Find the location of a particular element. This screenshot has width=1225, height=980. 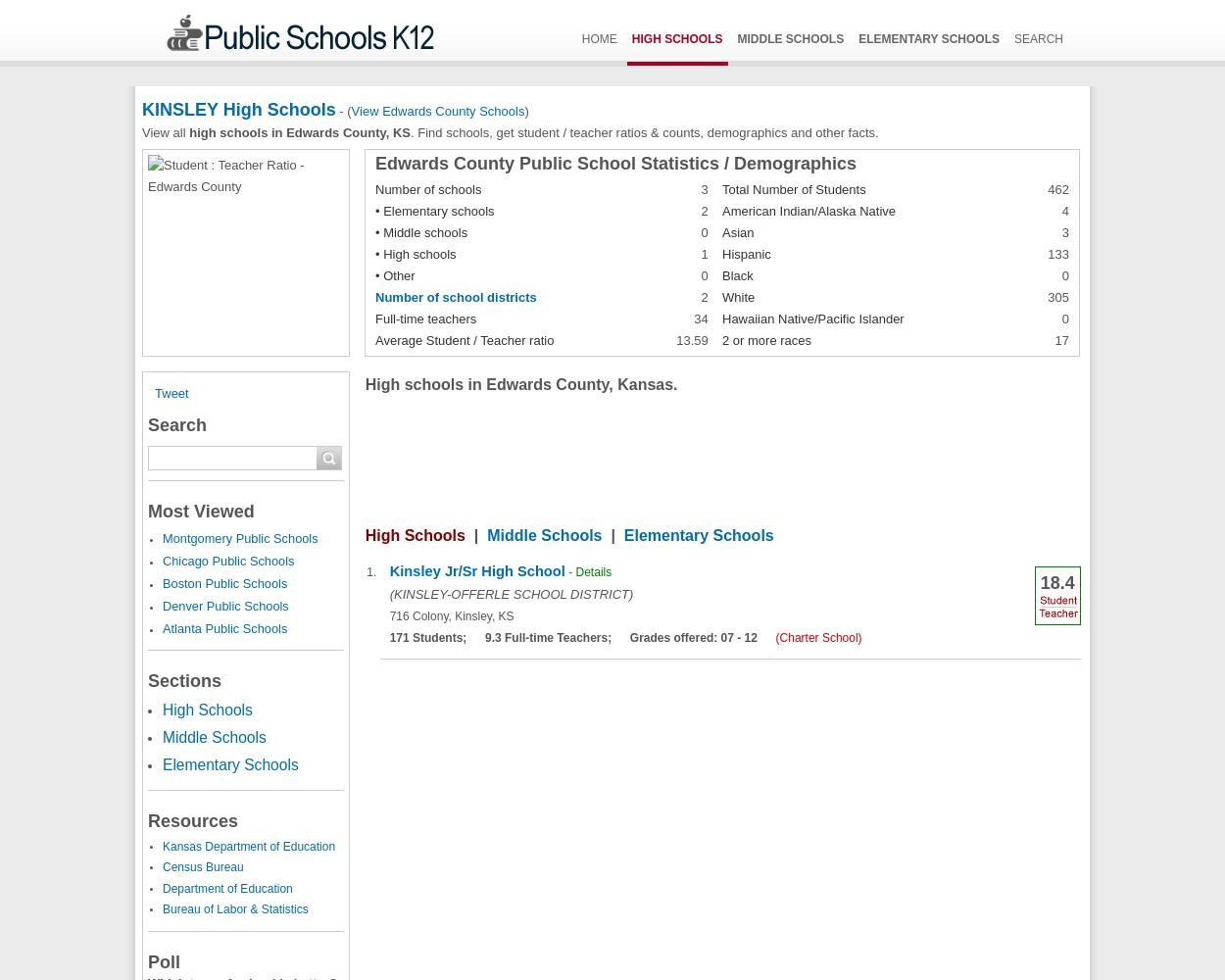

'Kansas Department of Education' is located at coordinates (249, 845).